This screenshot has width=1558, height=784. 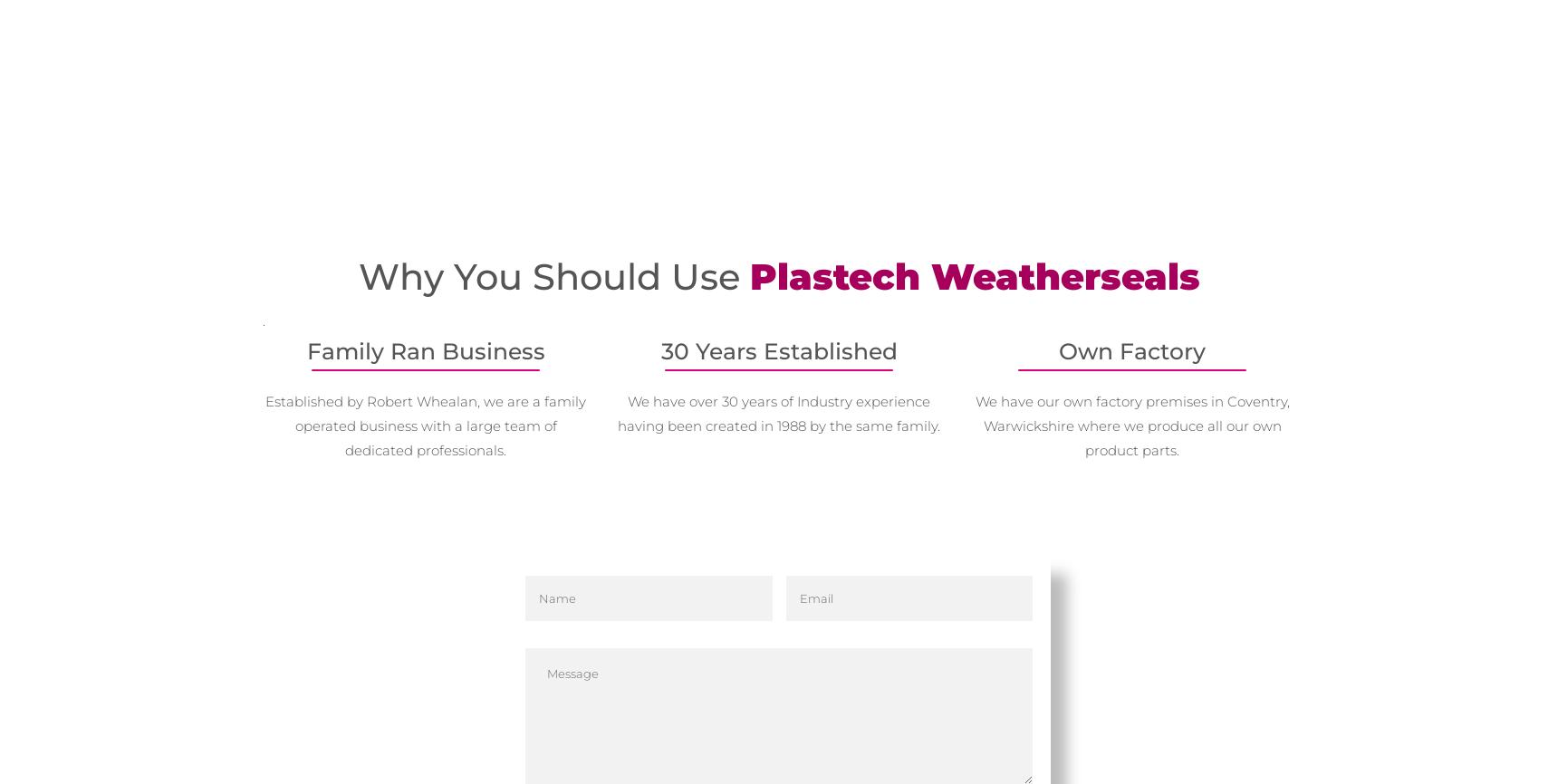 What do you see at coordinates (424, 349) in the screenshot?
I see `'Family Ran Business'` at bounding box center [424, 349].